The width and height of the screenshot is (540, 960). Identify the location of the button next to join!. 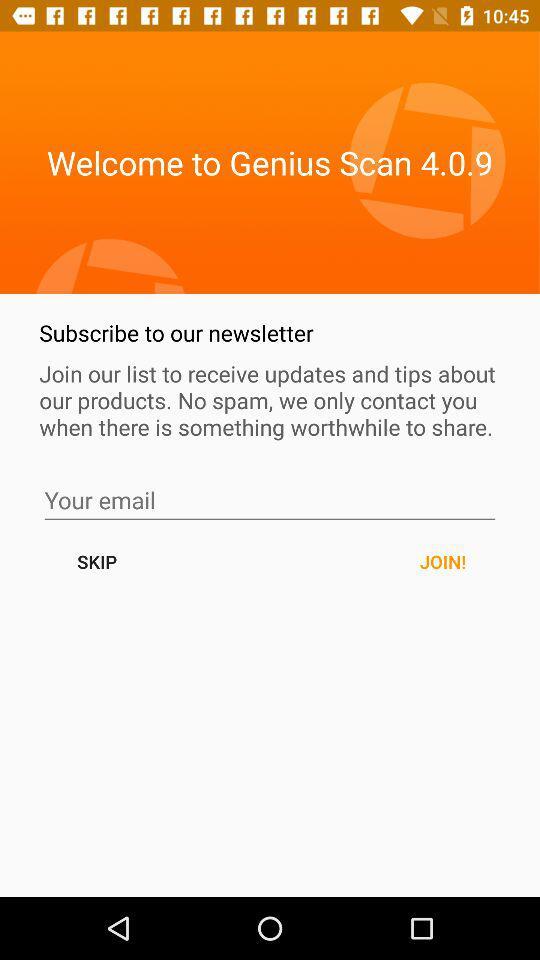
(96, 561).